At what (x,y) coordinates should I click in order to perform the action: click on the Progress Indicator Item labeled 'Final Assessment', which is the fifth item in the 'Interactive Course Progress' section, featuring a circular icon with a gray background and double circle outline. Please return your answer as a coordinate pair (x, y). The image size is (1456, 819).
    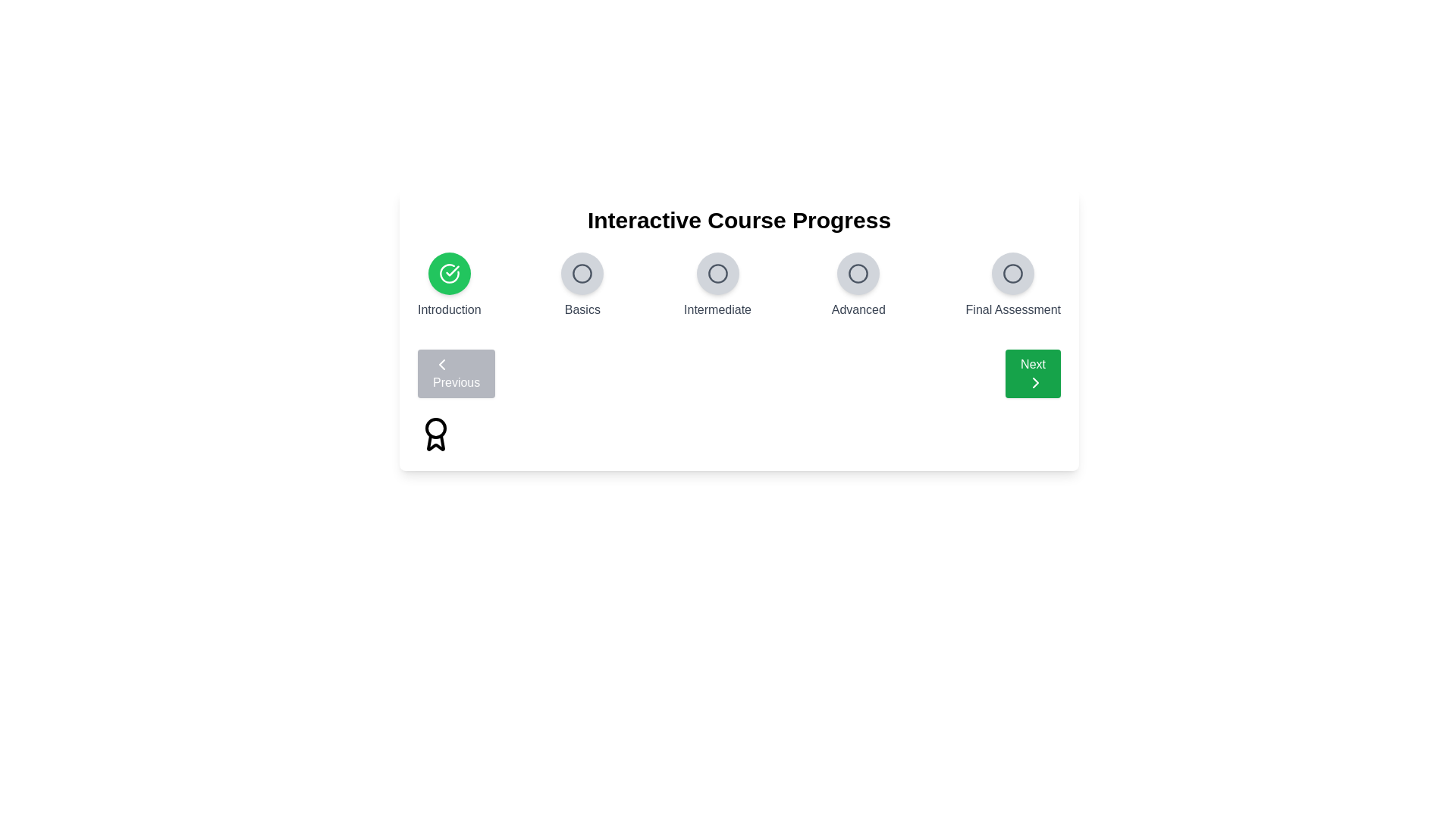
    Looking at the image, I should click on (1013, 286).